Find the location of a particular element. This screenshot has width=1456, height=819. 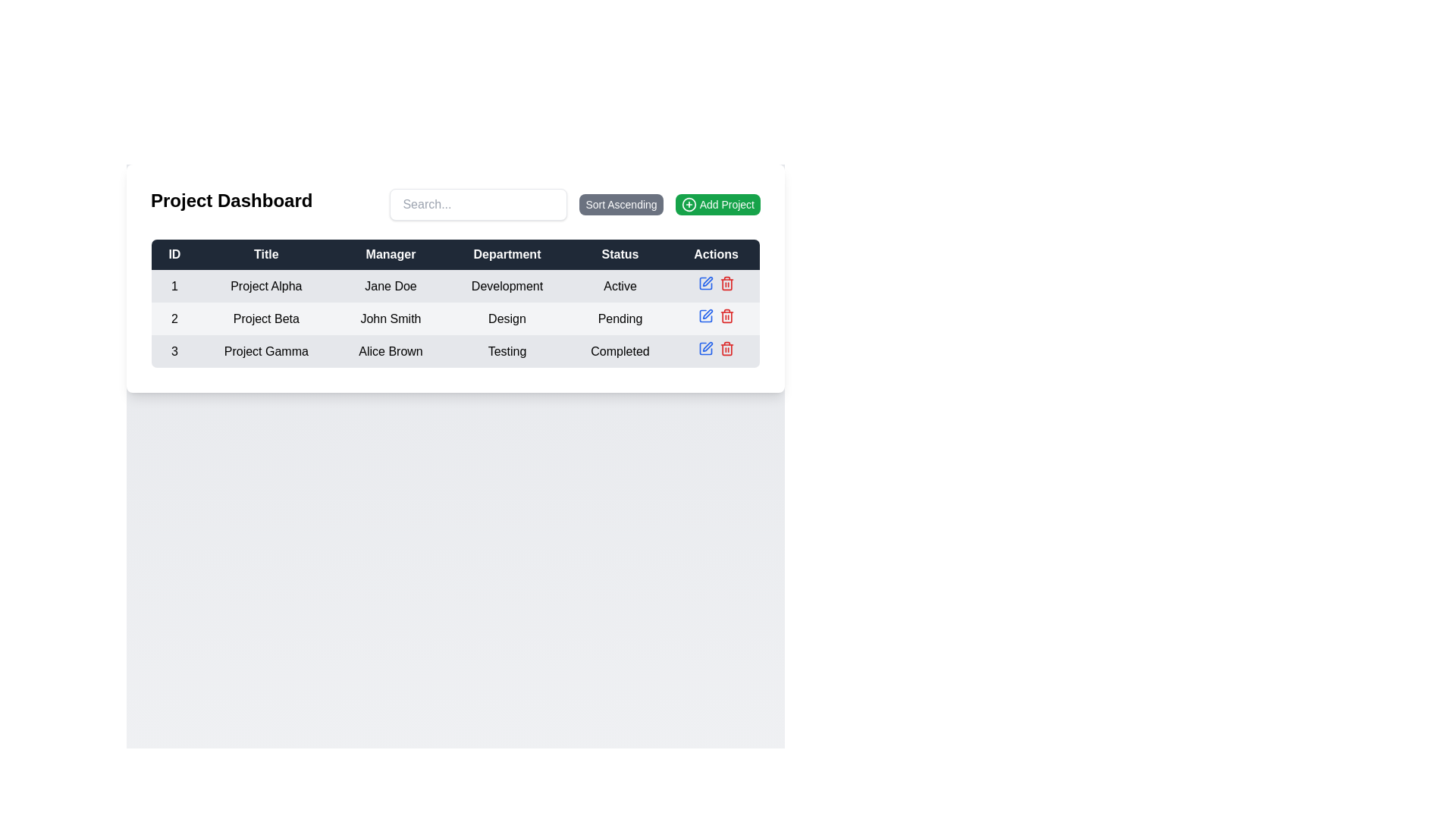

the icon representing the action of adding a new project, which is located to the left of the 'Add Project' button's text label is located at coordinates (688, 205).